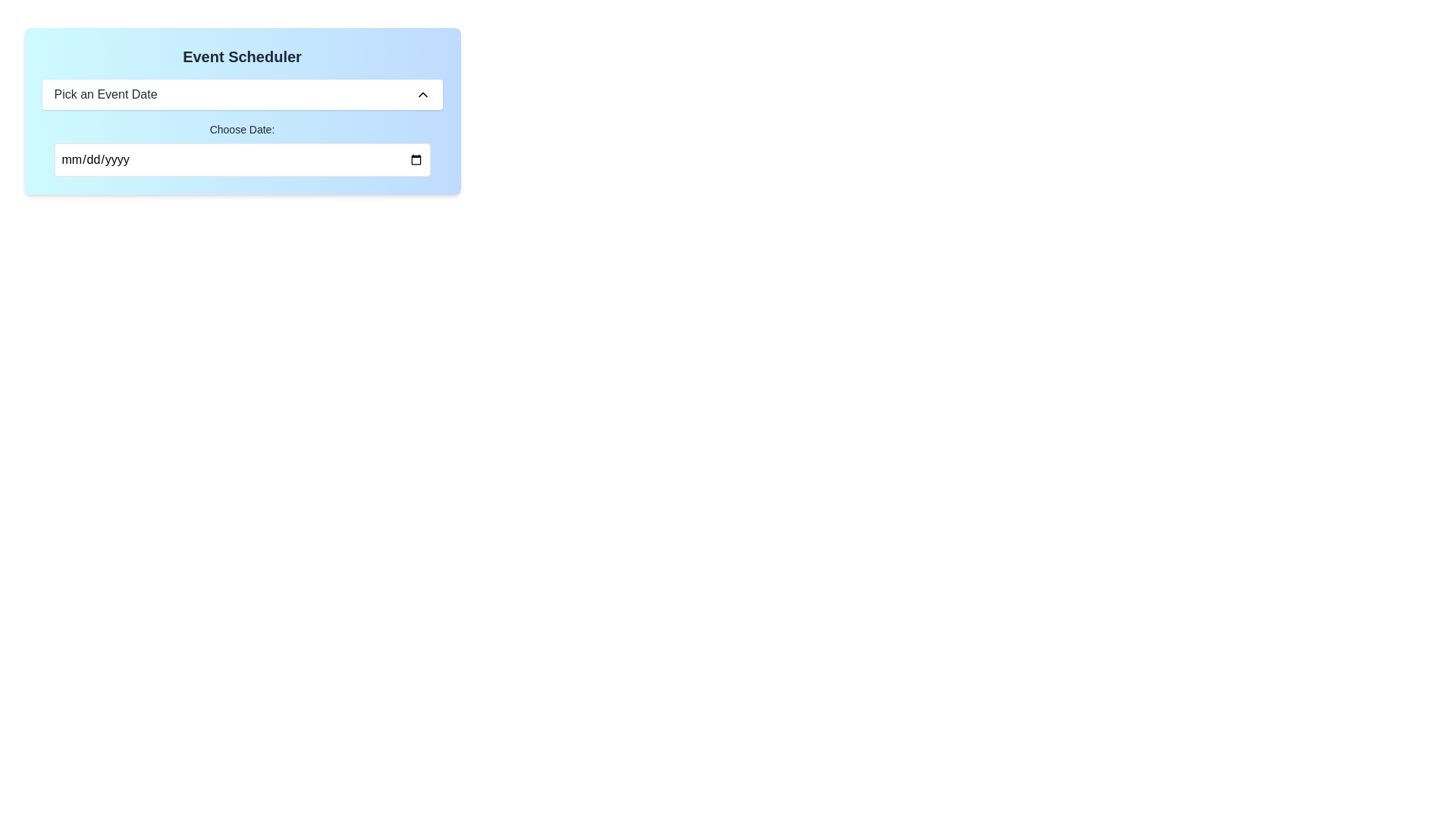 This screenshot has height=819, width=1456. Describe the element at coordinates (241, 128) in the screenshot. I see `the text label 'Choose Date:' which is styled in black on a light blue background and positioned above the date input field` at that location.